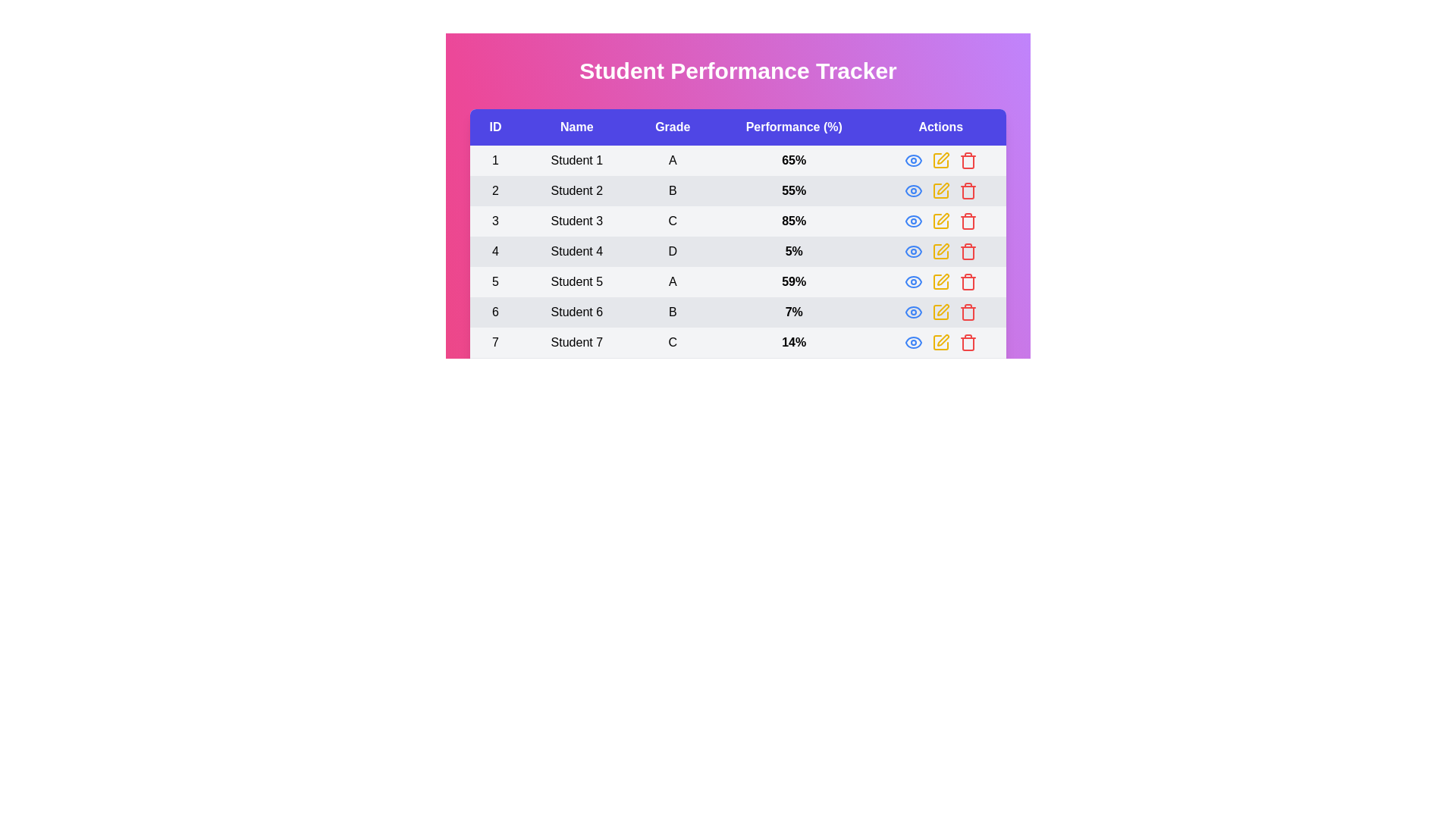  Describe the element at coordinates (912, 190) in the screenshot. I see `'eye' icon in the 'Actions' column for the student with ID 2` at that location.